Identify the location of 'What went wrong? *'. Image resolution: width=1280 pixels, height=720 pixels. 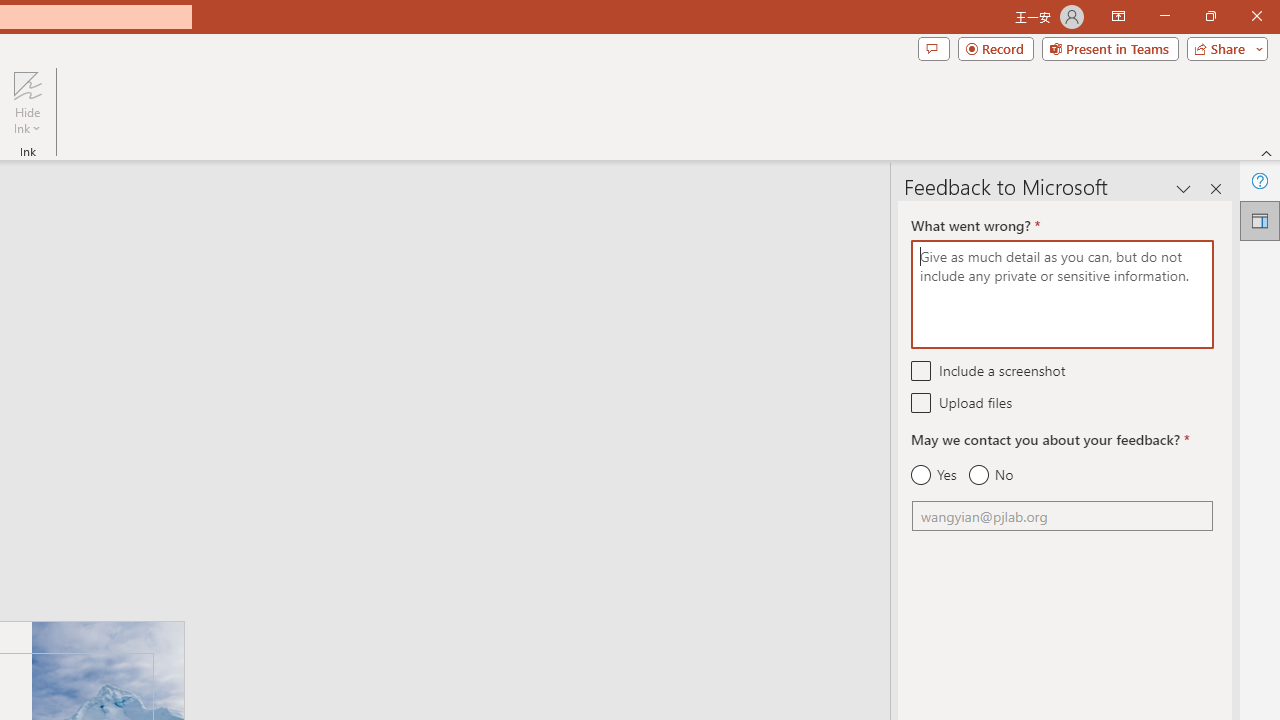
(1061, 294).